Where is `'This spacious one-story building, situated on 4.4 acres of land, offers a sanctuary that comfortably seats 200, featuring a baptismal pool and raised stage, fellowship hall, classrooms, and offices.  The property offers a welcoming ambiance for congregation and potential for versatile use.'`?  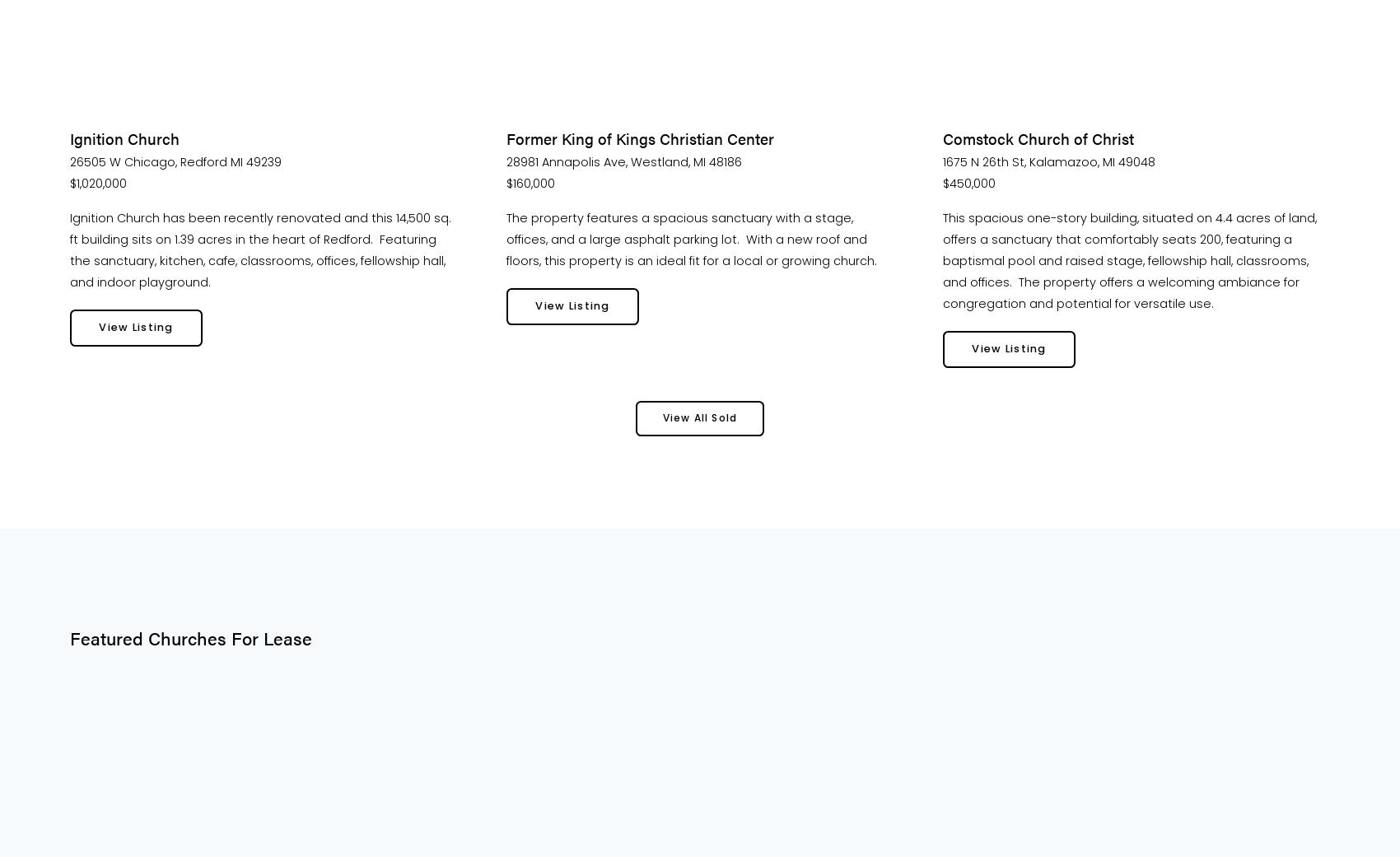
'This spacious one-story building, situated on 4.4 acres of land, offers a sanctuary that comfortably seats 200, featuring a baptismal pool and raised stage, fellowship hall, classrooms, and offices.  The property offers a welcoming ambiance for congregation and potential for versatile use.' is located at coordinates (1131, 260).